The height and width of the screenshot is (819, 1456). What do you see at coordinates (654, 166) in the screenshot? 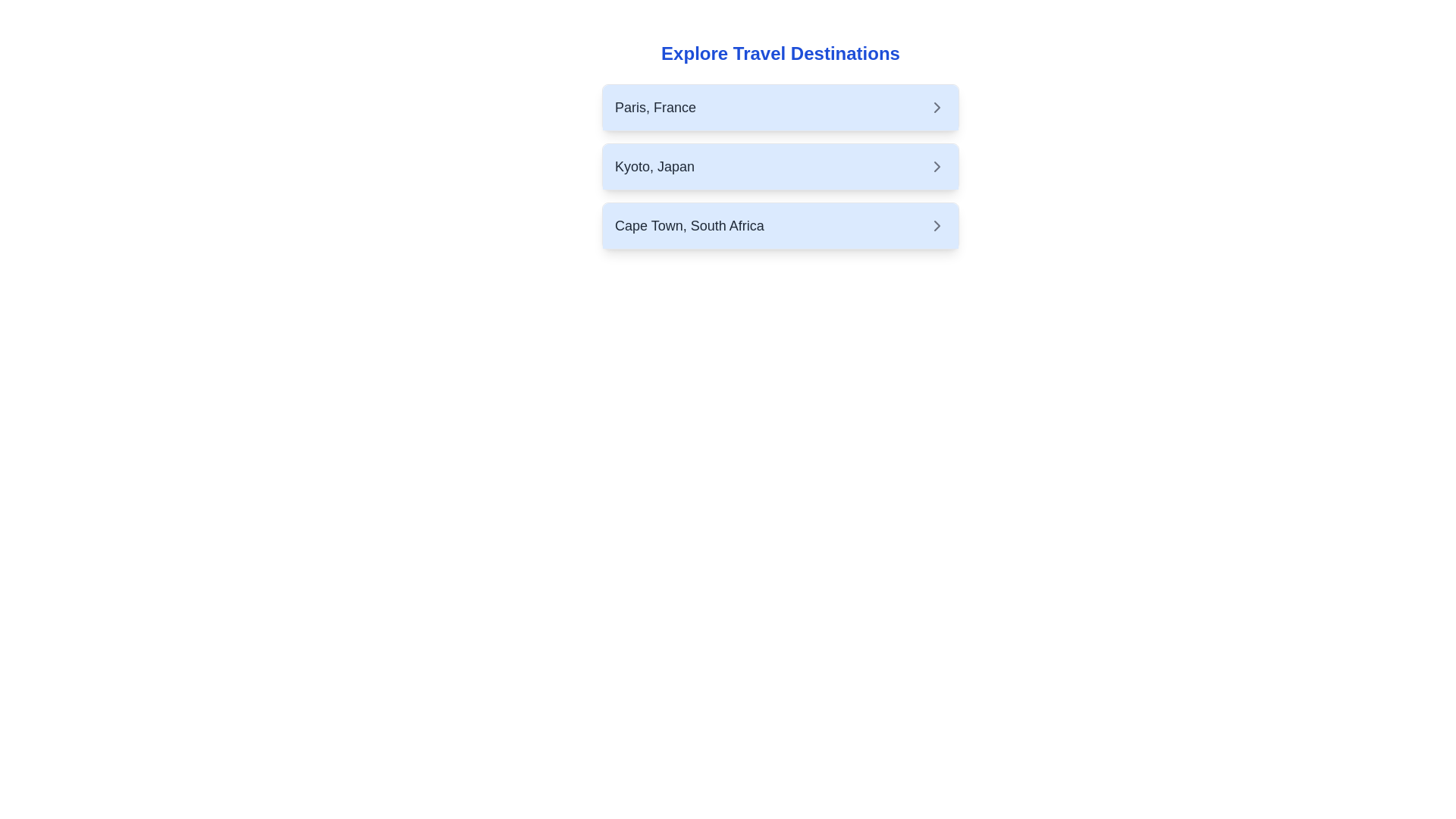
I see `the text label displaying 'Kyoto, Japan', which is styled with a large font size and dark gray color, located in the center-left part of the second card in a vertically stacked list of options` at bounding box center [654, 166].